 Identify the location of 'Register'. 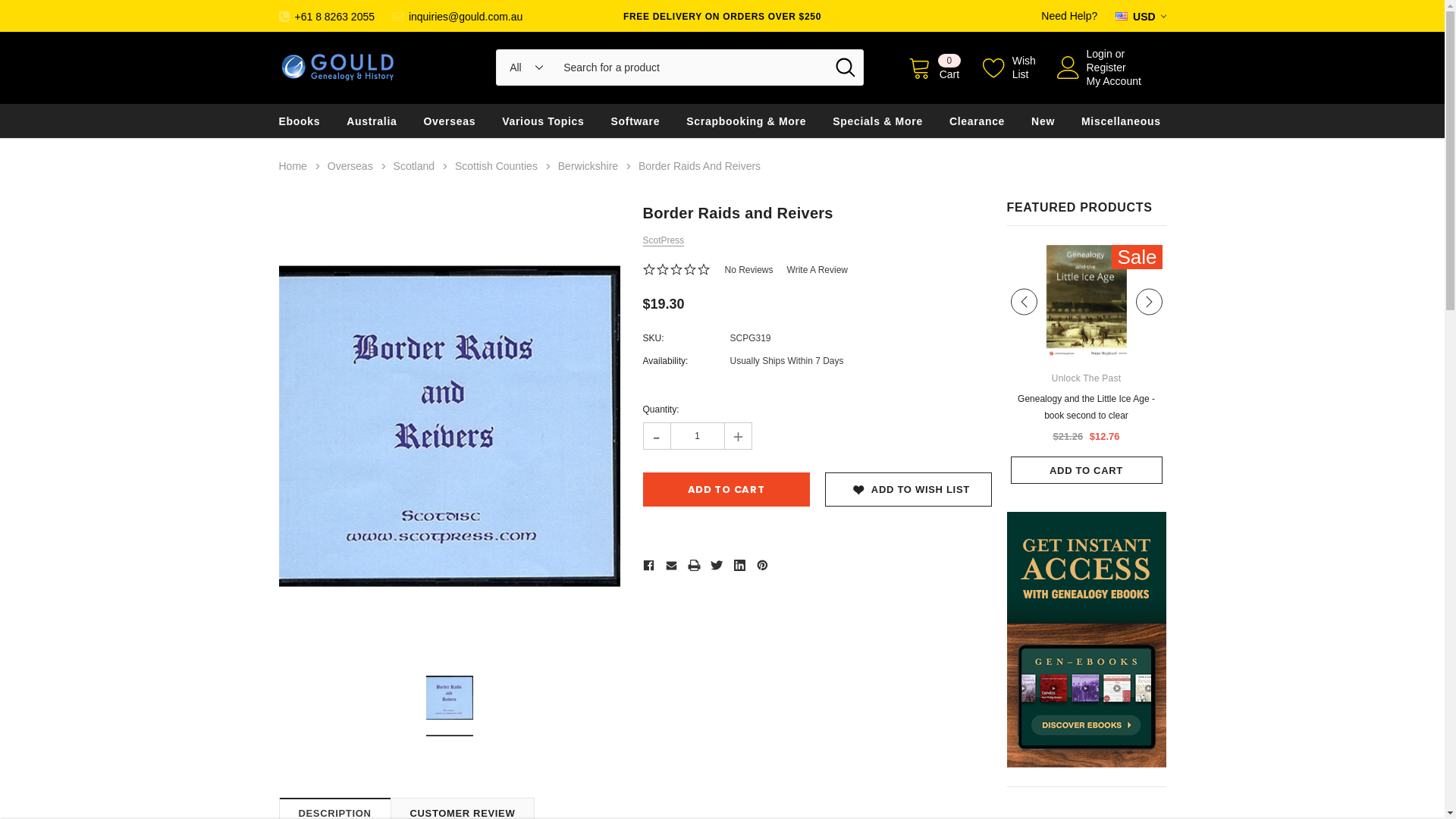
(1106, 66).